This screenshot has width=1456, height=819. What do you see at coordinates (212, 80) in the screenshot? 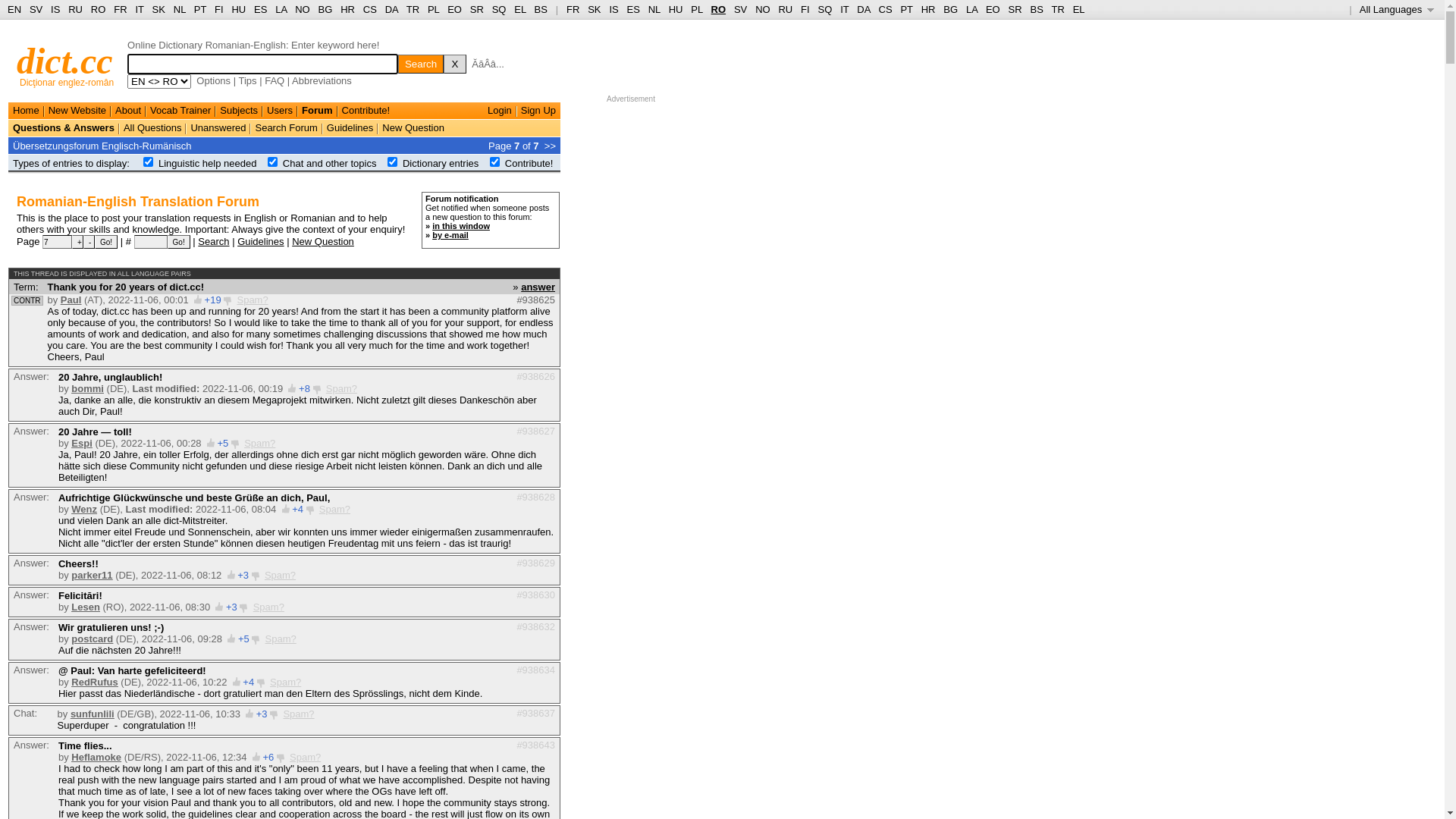
I see `'Options'` at bounding box center [212, 80].